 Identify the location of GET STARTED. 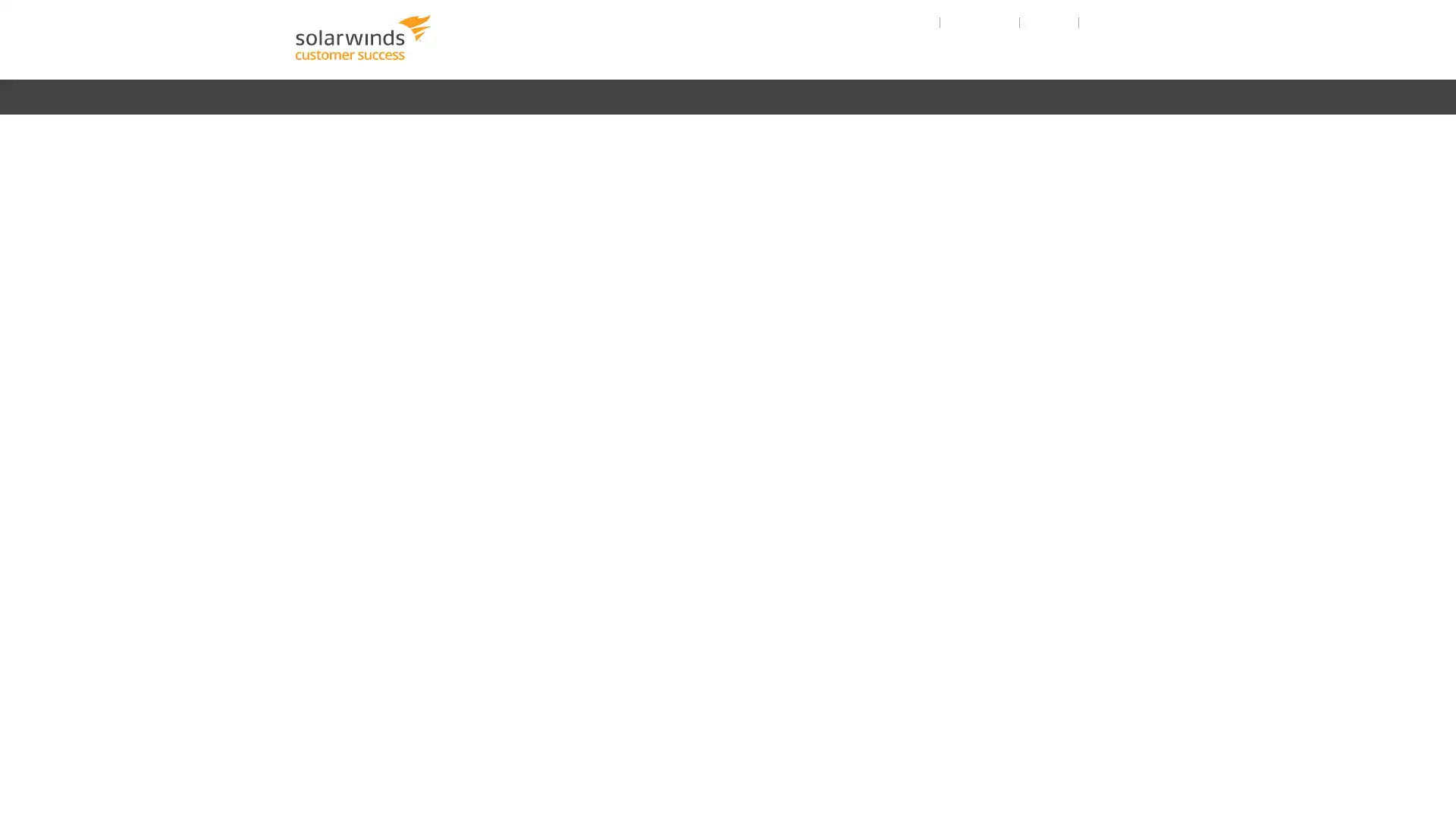
(610, 274).